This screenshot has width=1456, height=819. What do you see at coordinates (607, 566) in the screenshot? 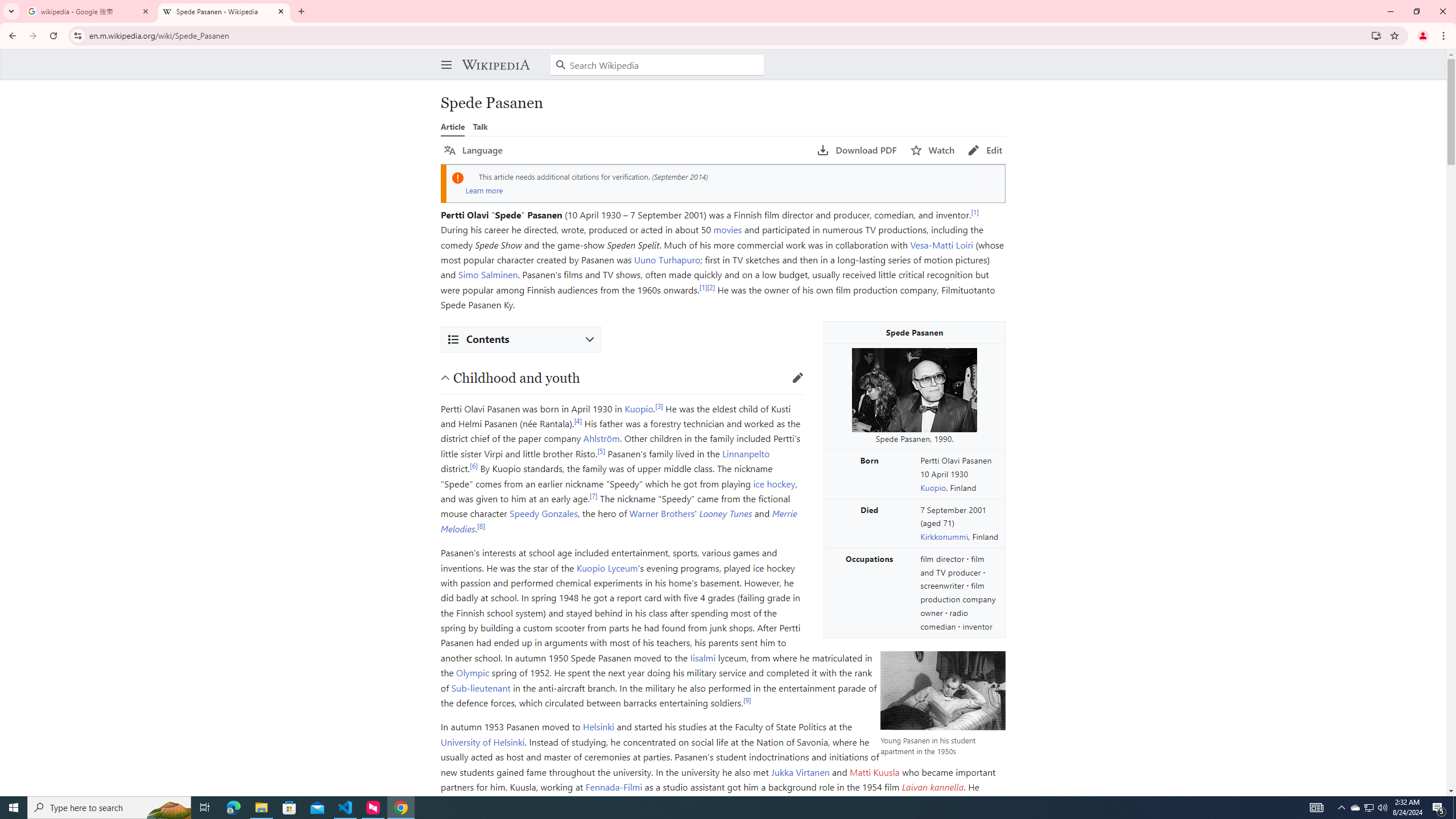
I see `'Kuopio Lyceum'` at bounding box center [607, 566].